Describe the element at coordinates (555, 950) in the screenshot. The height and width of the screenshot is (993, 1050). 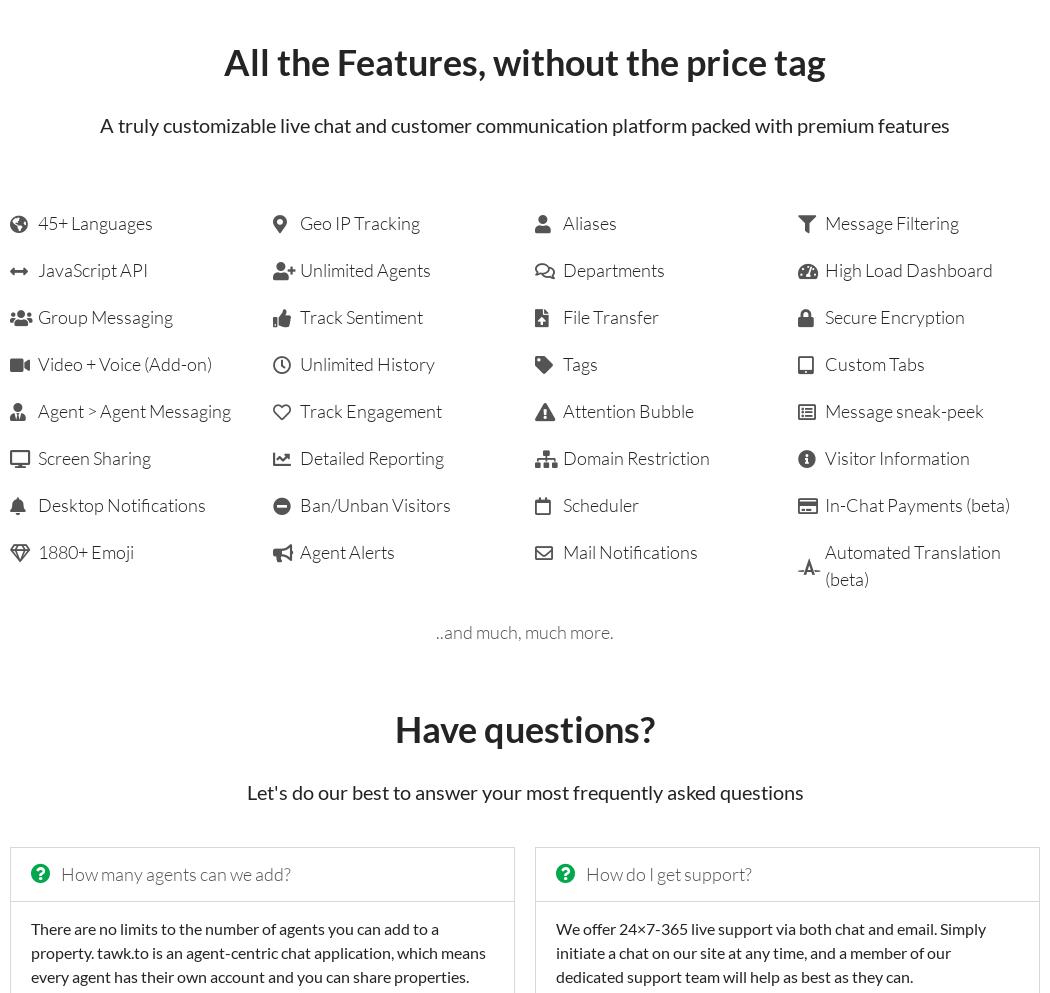
I see `'We offer 24×7-365 live support via both chat and email. Simply initiate a chat on our site at any time, and a member of our dedicated support team will help as best as they can.'` at that location.